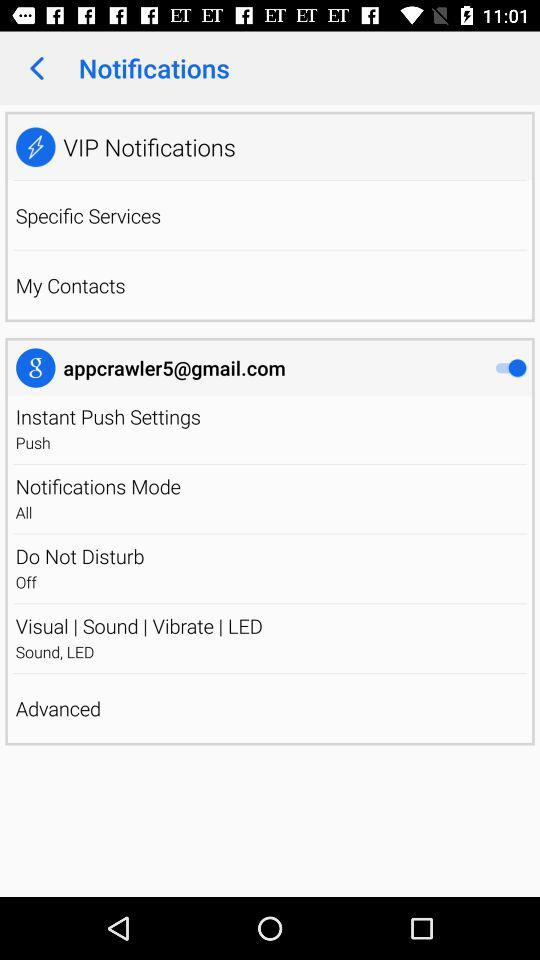 The image size is (540, 960). I want to click on the instant push settings icon, so click(108, 415).